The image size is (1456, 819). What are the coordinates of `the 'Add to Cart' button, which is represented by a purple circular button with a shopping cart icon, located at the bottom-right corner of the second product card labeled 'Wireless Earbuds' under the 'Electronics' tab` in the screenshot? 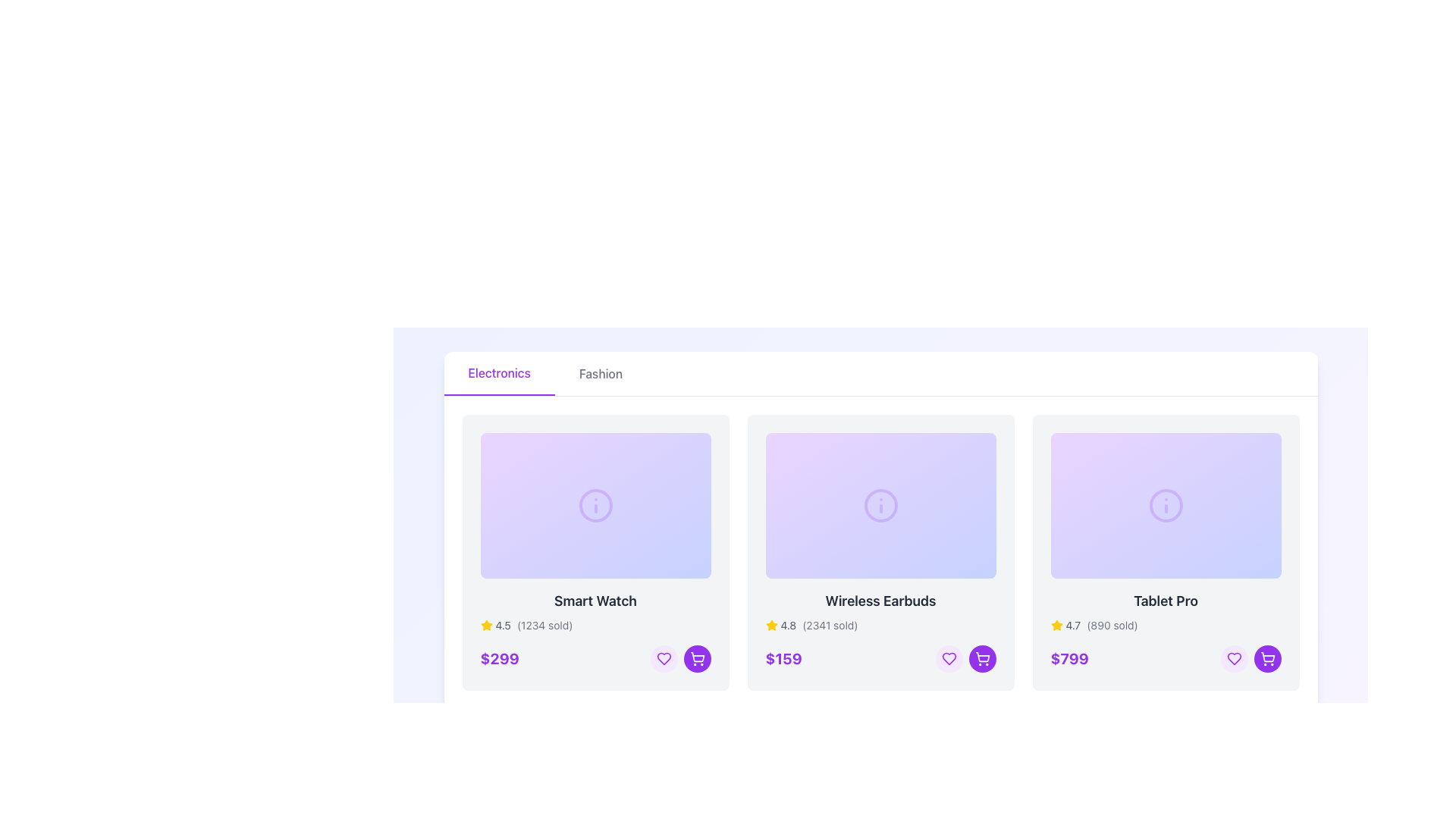 It's located at (696, 657).